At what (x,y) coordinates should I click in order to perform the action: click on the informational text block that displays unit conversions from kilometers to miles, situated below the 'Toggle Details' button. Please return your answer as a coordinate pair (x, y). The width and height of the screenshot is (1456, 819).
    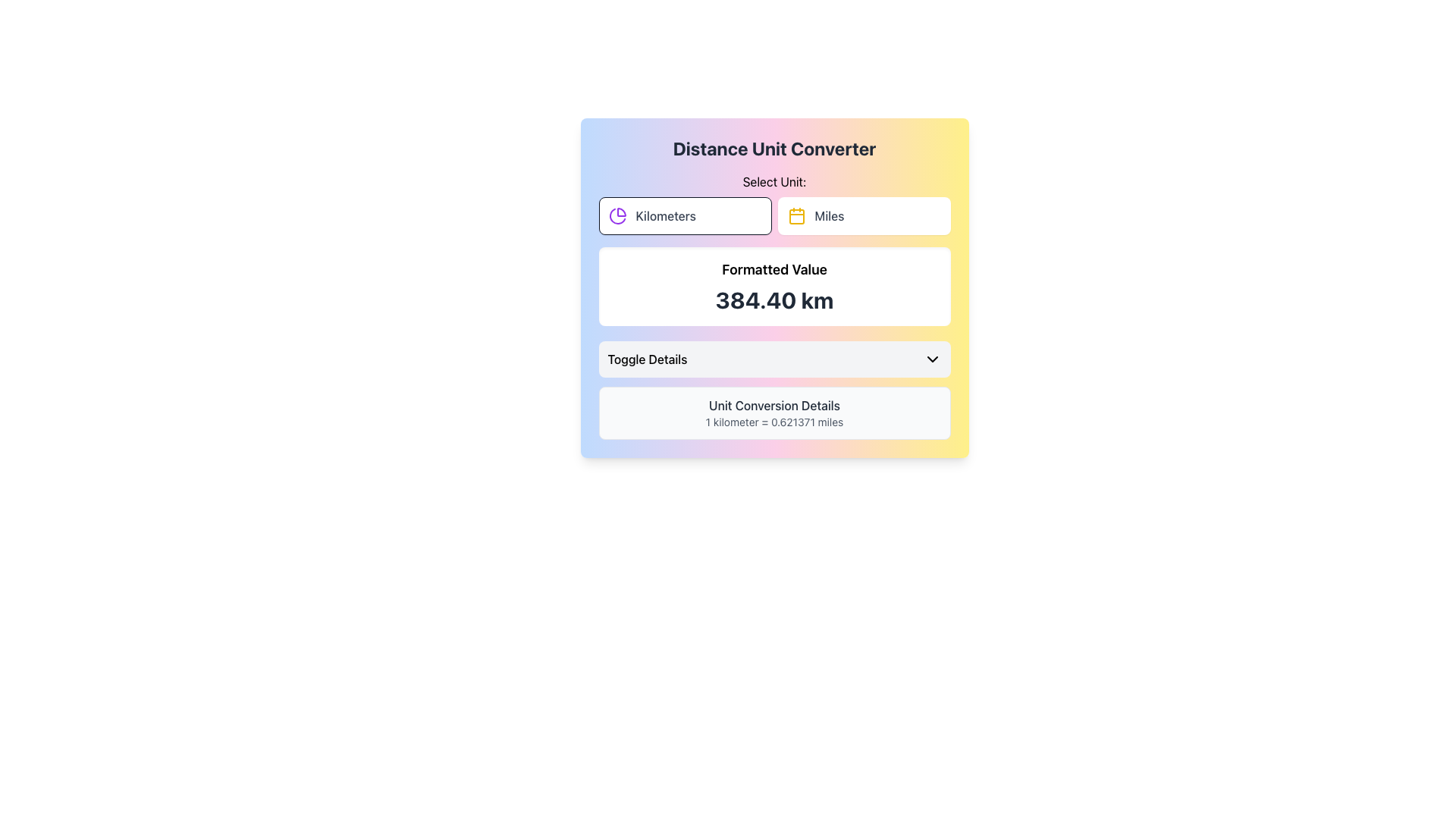
    Looking at the image, I should click on (774, 413).